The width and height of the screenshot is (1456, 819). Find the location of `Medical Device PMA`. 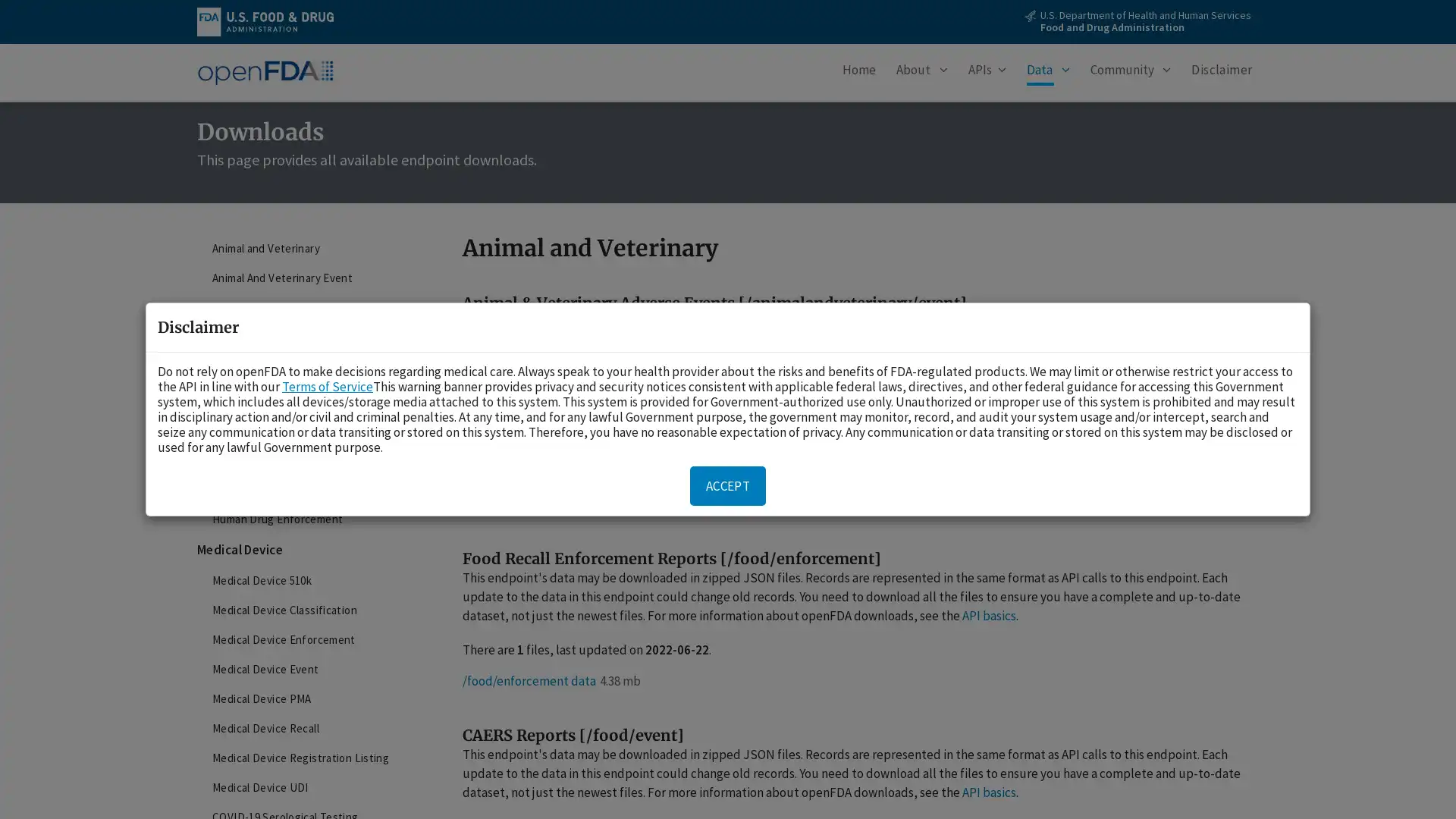

Medical Device PMA is located at coordinates (309, 698).